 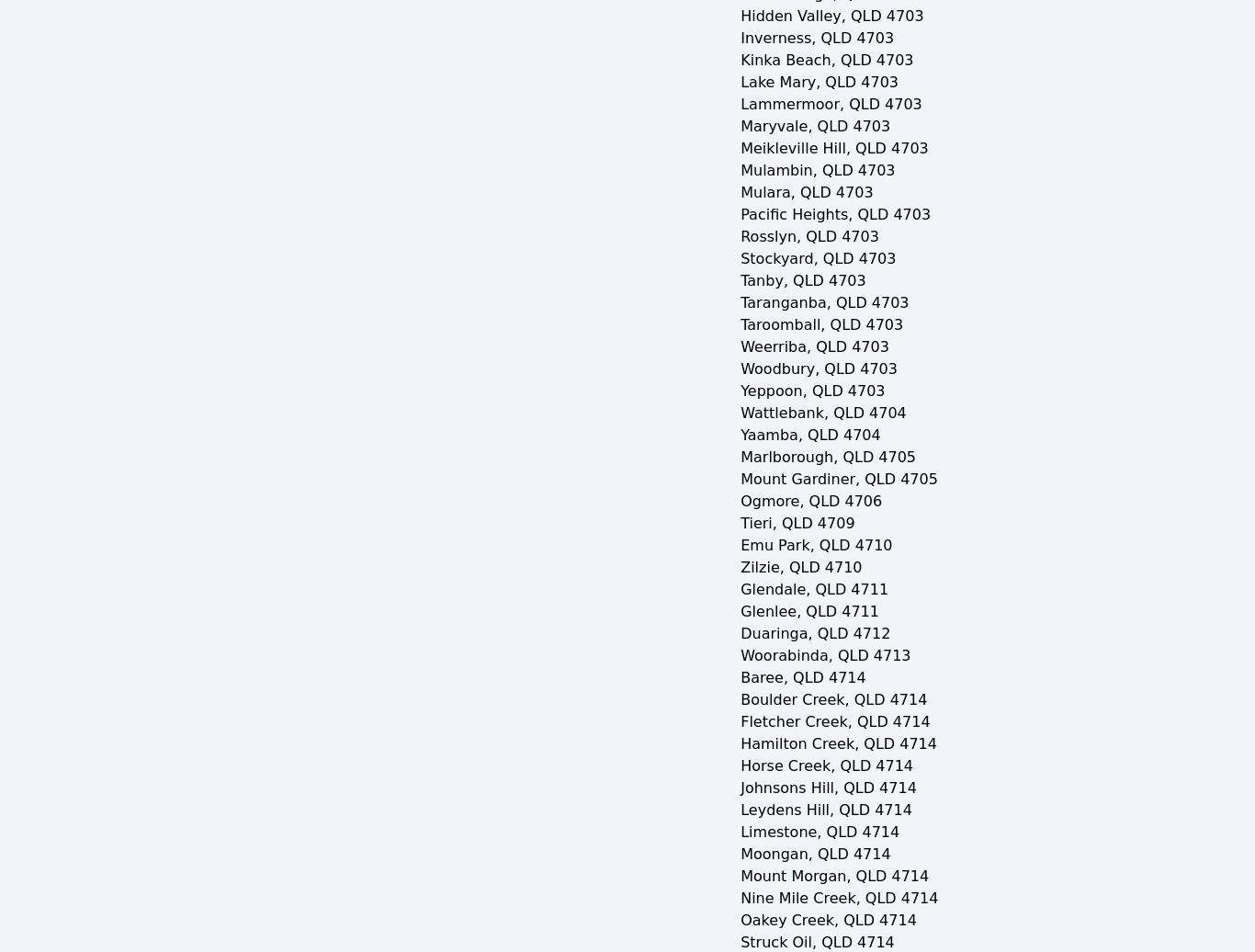 What do you see at coordinates (813, 589) in the screenshot?
I see `'Glendale, QLD 4711'` at bounding box center [813, 589].